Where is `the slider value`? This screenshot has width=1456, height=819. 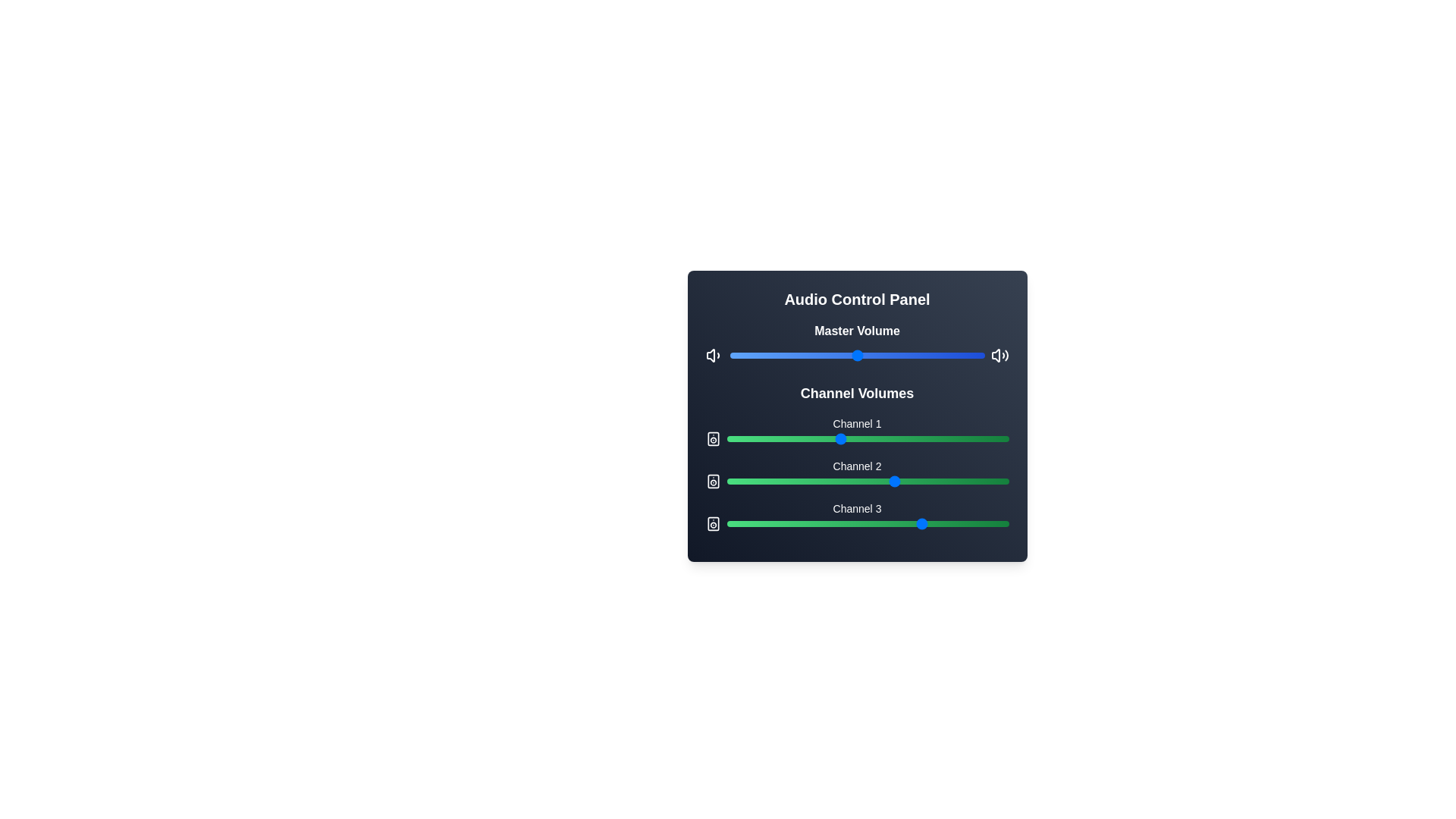
the slider value is located at coordinates (805, 438).